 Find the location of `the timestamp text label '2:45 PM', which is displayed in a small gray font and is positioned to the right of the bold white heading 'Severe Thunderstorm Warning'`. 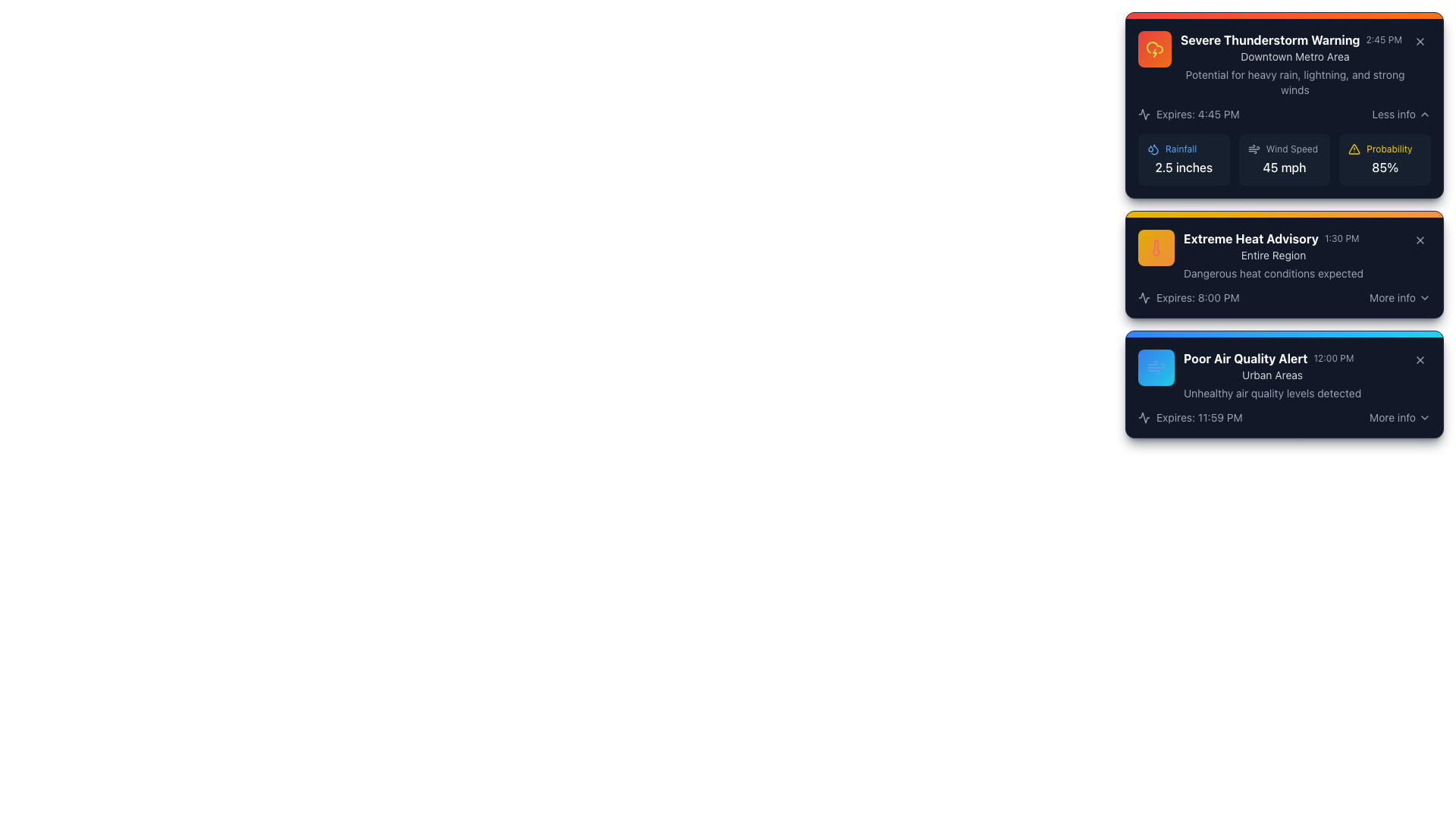

the timestamp text label '2:45 PM', which is displayed in a small gray font and is positioned to the right of the bold white heading 'Severe Thunderstorm Warning' is located at coordinates (1384, 39).